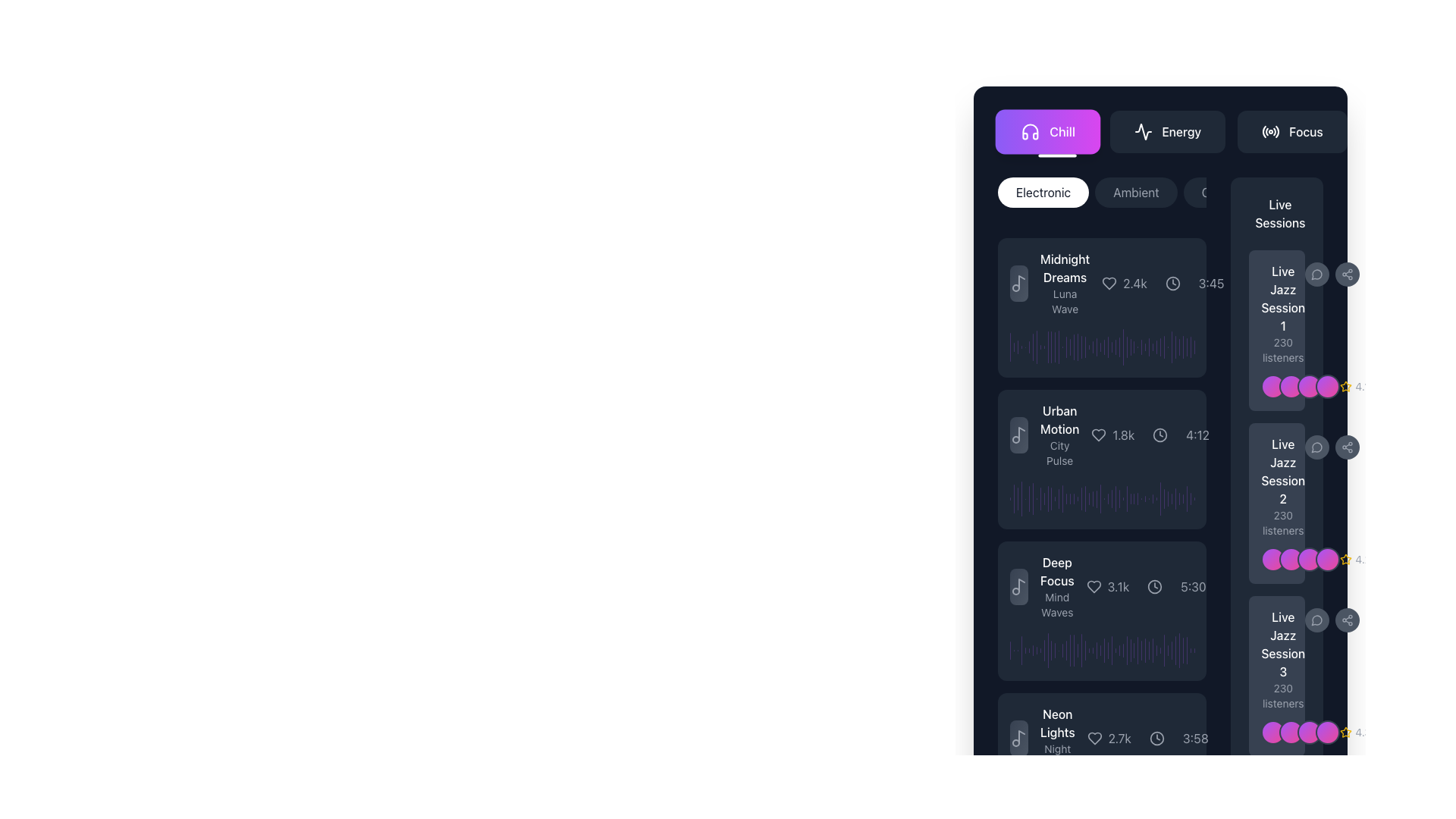 Image resolution: width=1456 pixels, height=819 pixels. What do you see at coordinates (1327, 559) in the screenshot?
I see `the fourth circular avatar element located next` at bounding box center [1327, 559].